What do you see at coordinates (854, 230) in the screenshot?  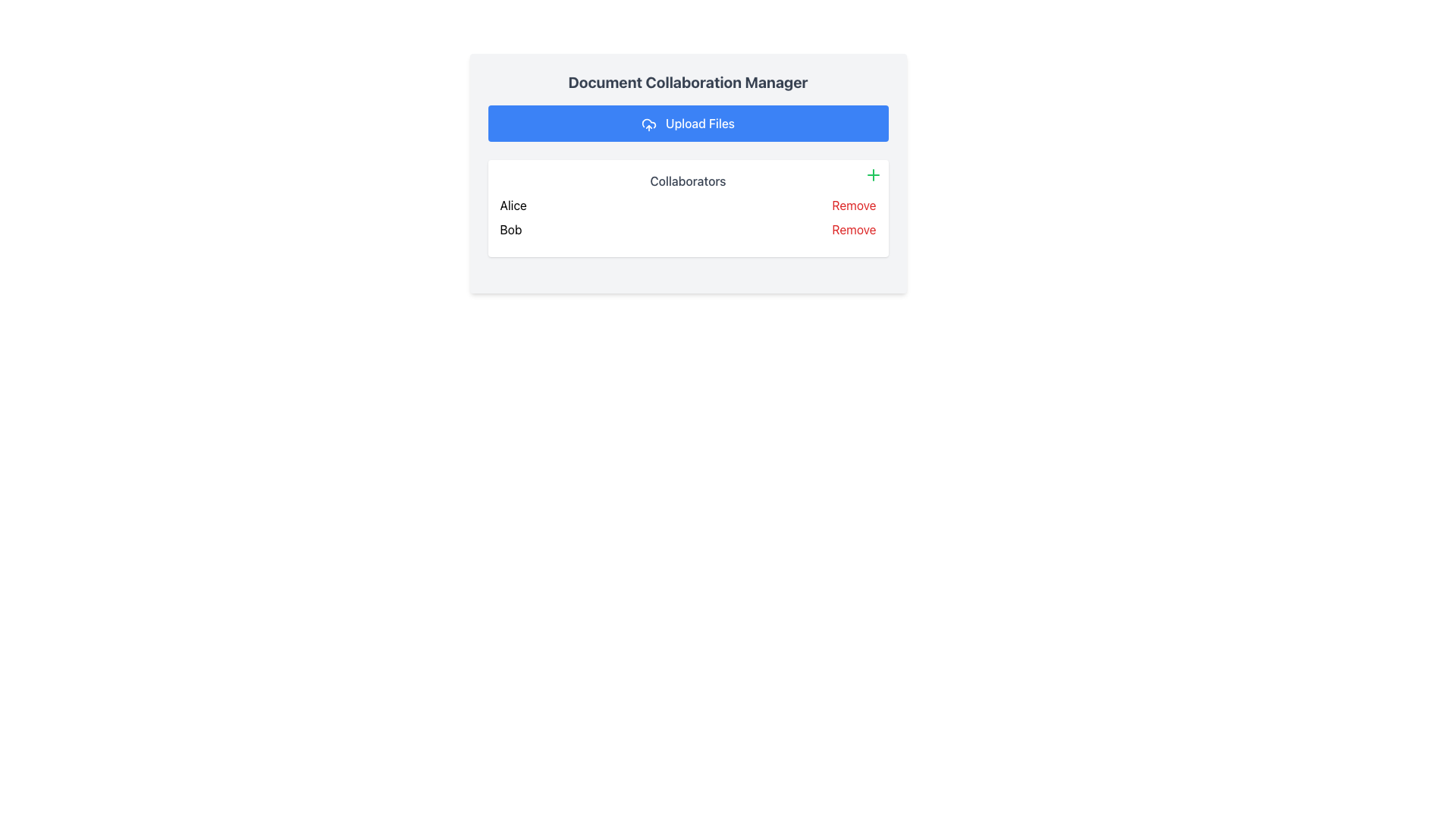 I see `the 'Remove' button located in the collaborator section next to the name 'Bob'` at bounding box center [854, 230].